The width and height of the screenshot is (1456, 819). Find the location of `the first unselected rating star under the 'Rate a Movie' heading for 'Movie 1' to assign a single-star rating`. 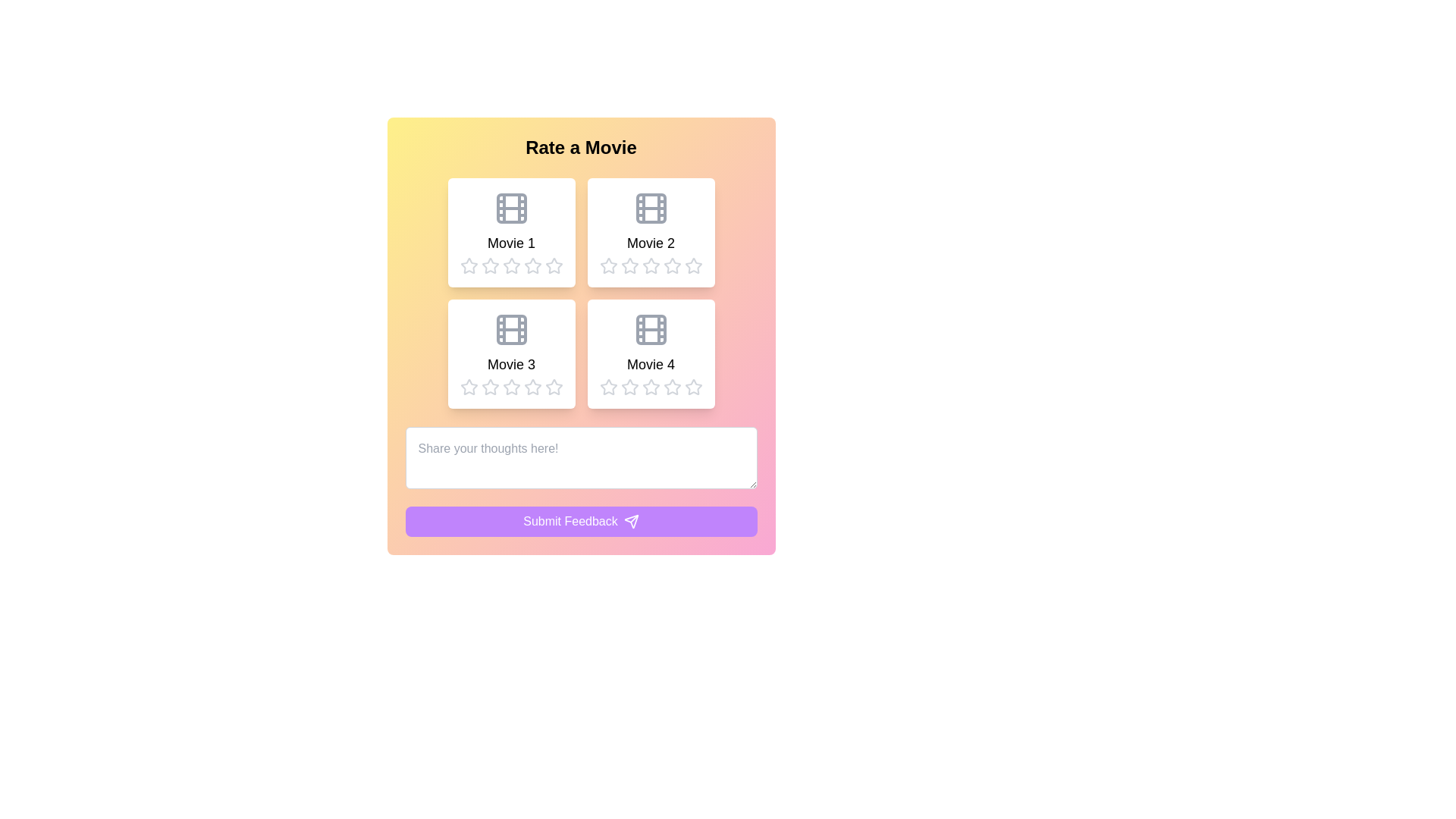

the first unselected rating star under the 'Rate a Movie' heading for 'Movie 1' to assign a single-star rating is located at coordinates (468, 265).